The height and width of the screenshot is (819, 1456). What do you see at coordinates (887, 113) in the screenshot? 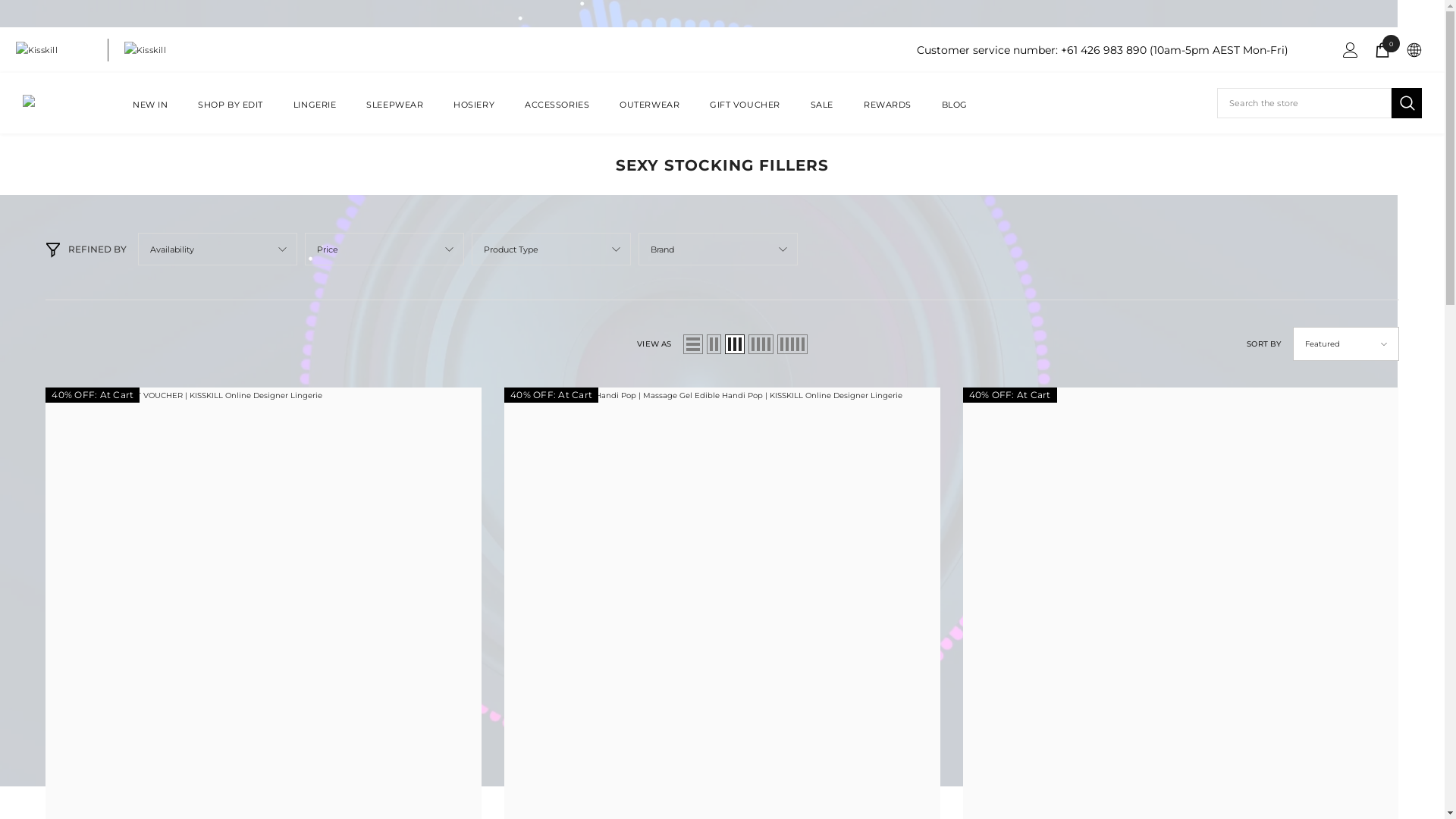
I see `'REWARDS'` at bounding box center [887, 113].